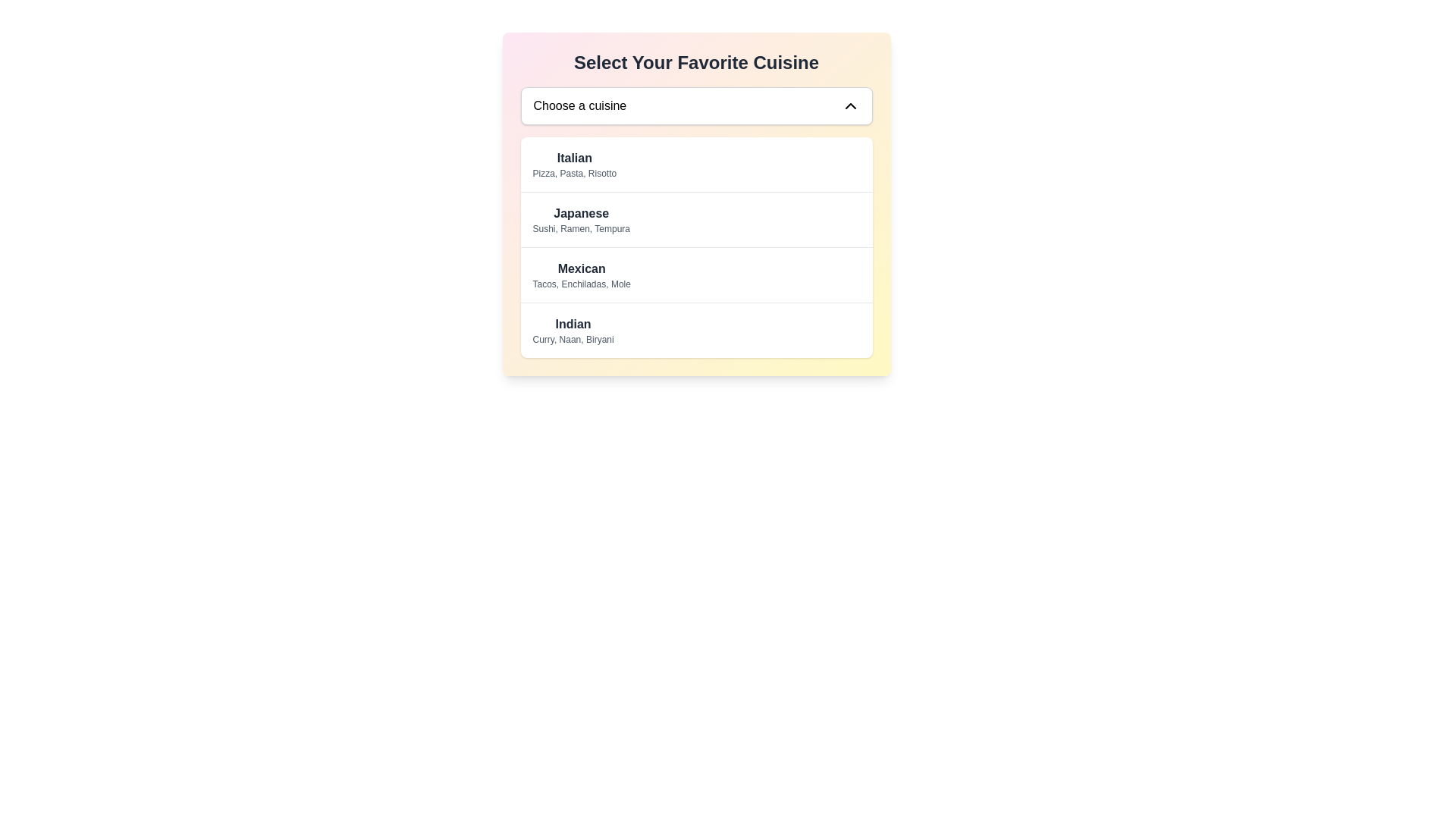 The image size is (1456, 819). Describe the element at coordinates (695, 275) in the screenshot. I see `the 'Mexican' menu option in the dropdown list titled 'Select Your Favorite Cuisine'` at that location.